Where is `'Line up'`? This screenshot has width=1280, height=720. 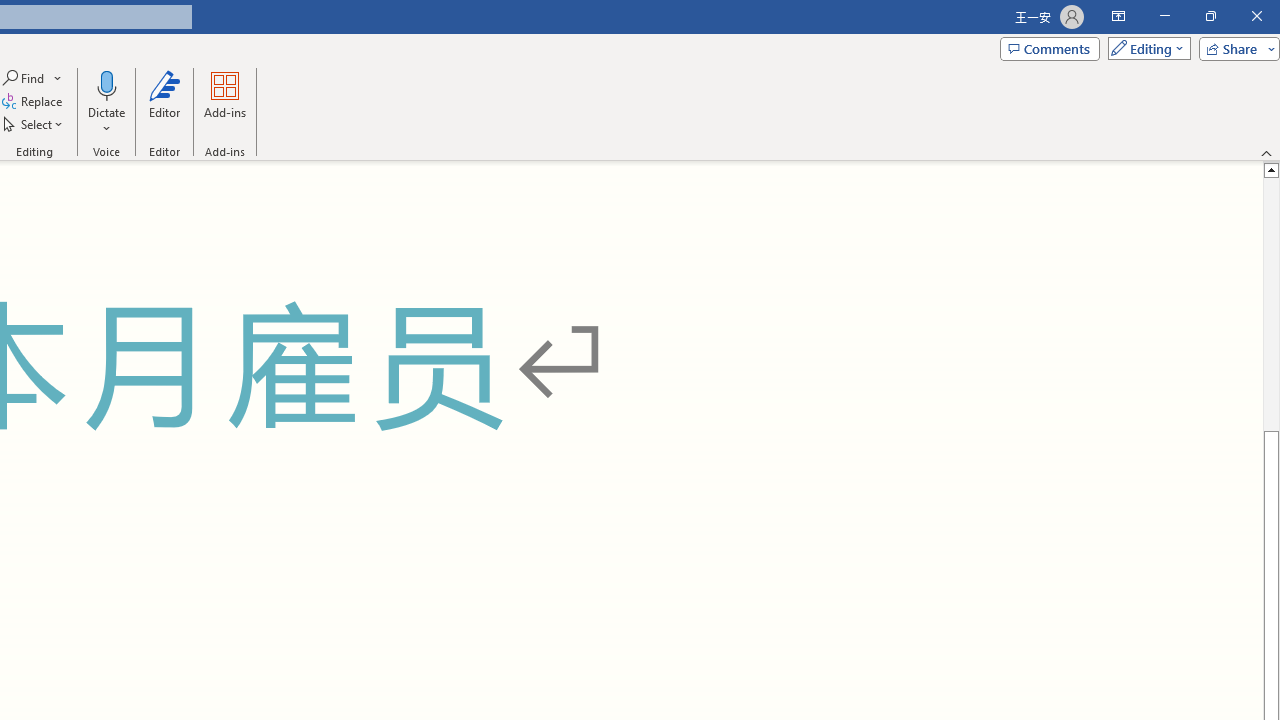 'Line up' is located at coordinates (1270, 168).